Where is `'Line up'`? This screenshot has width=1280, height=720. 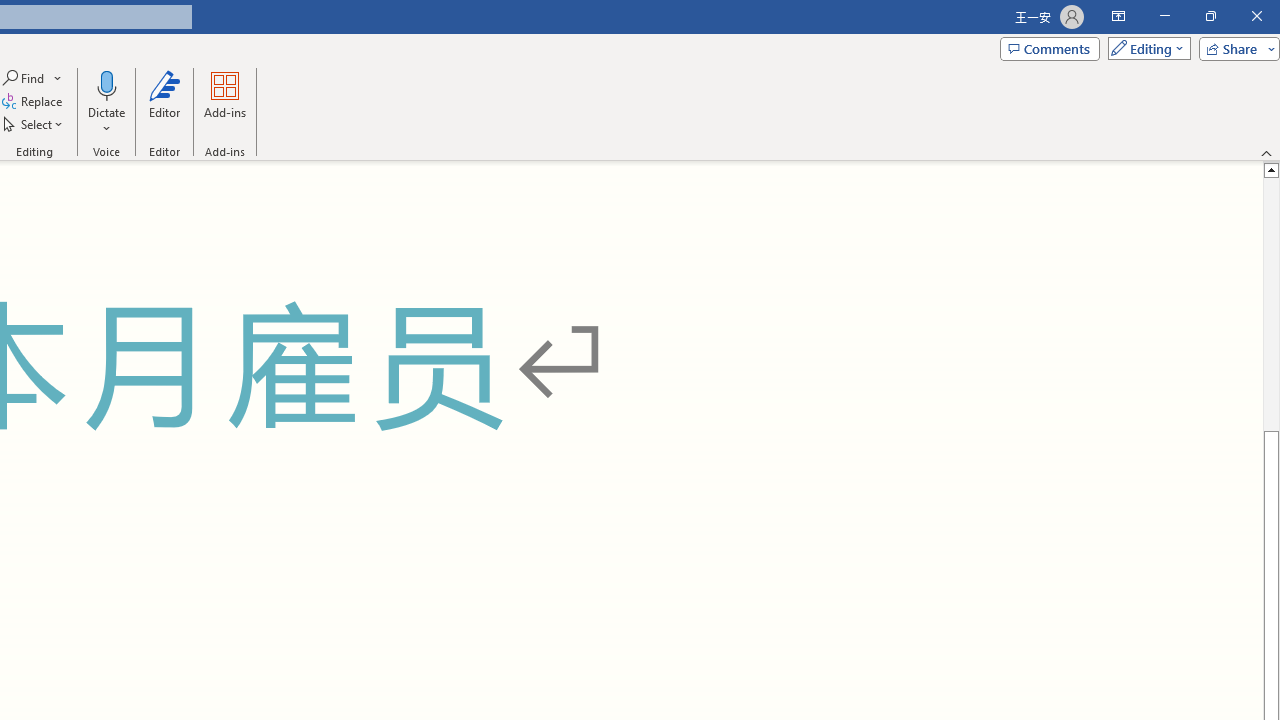 'Line up' is located at coordinates (1270, 168).